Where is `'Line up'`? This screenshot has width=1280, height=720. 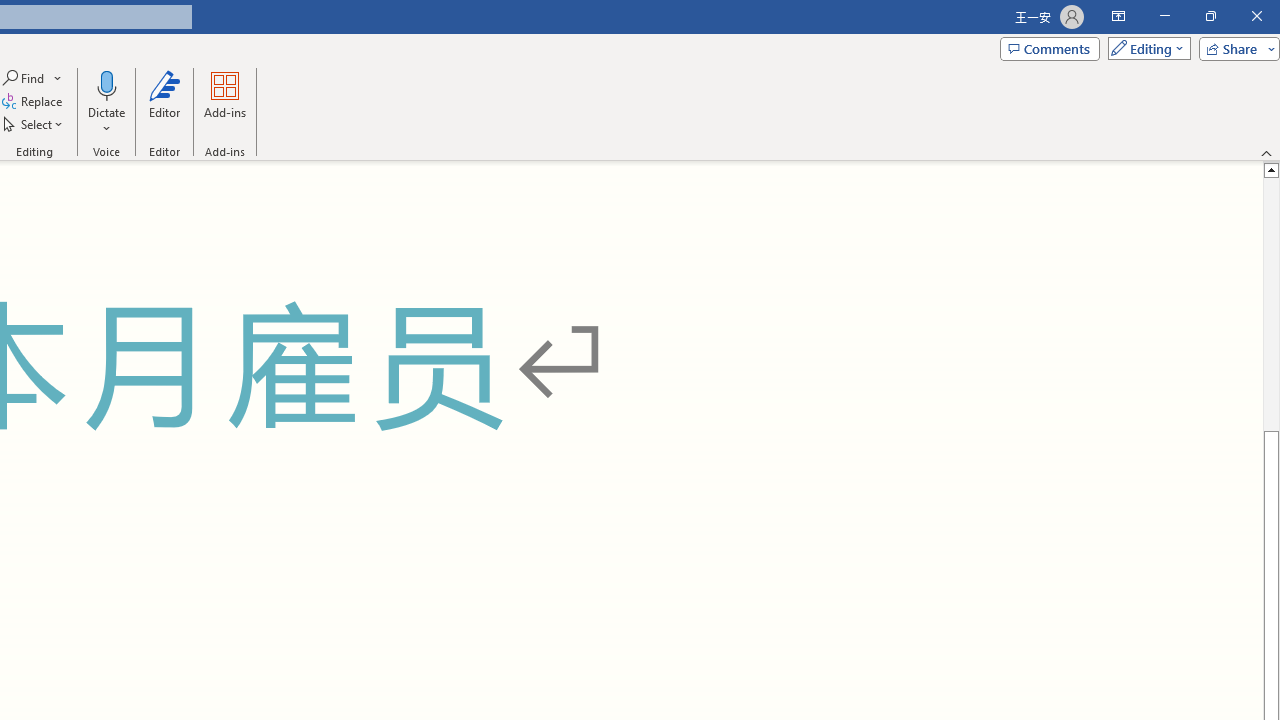 'Line up' is located at coordinates (1270, 168).